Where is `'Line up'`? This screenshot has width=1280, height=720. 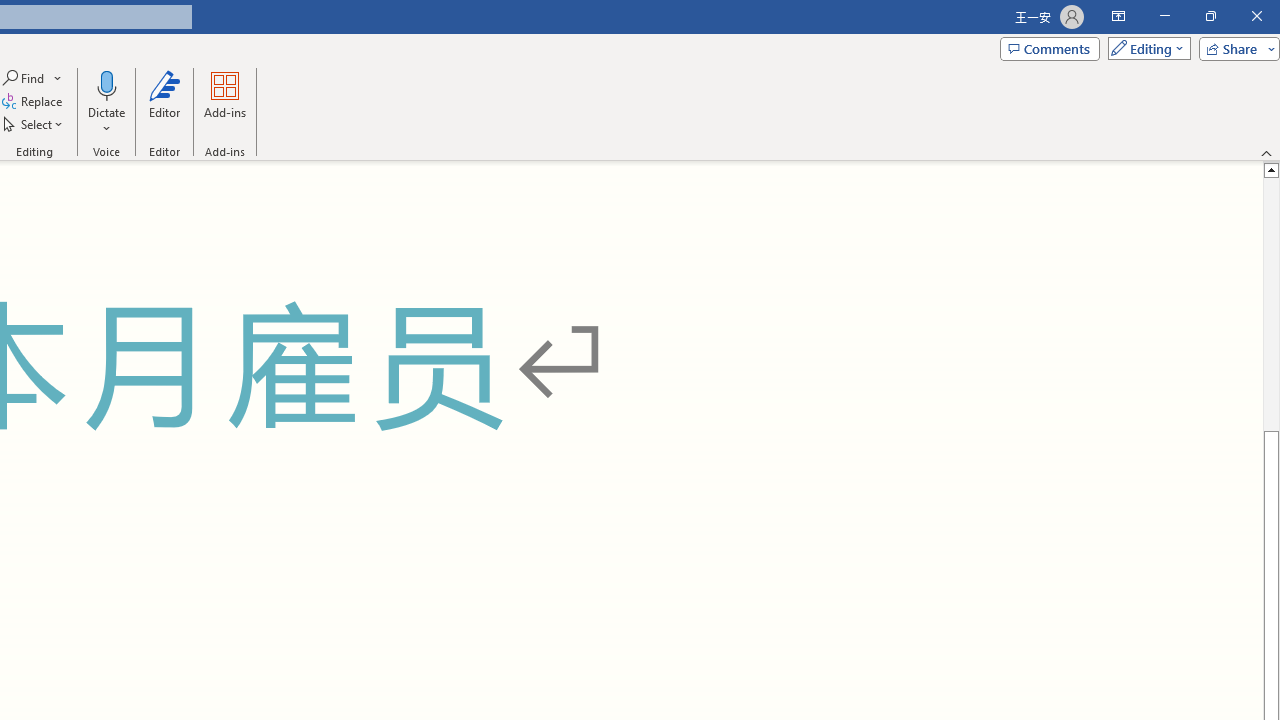 'Line up' is located at coordinates (1270, 168).